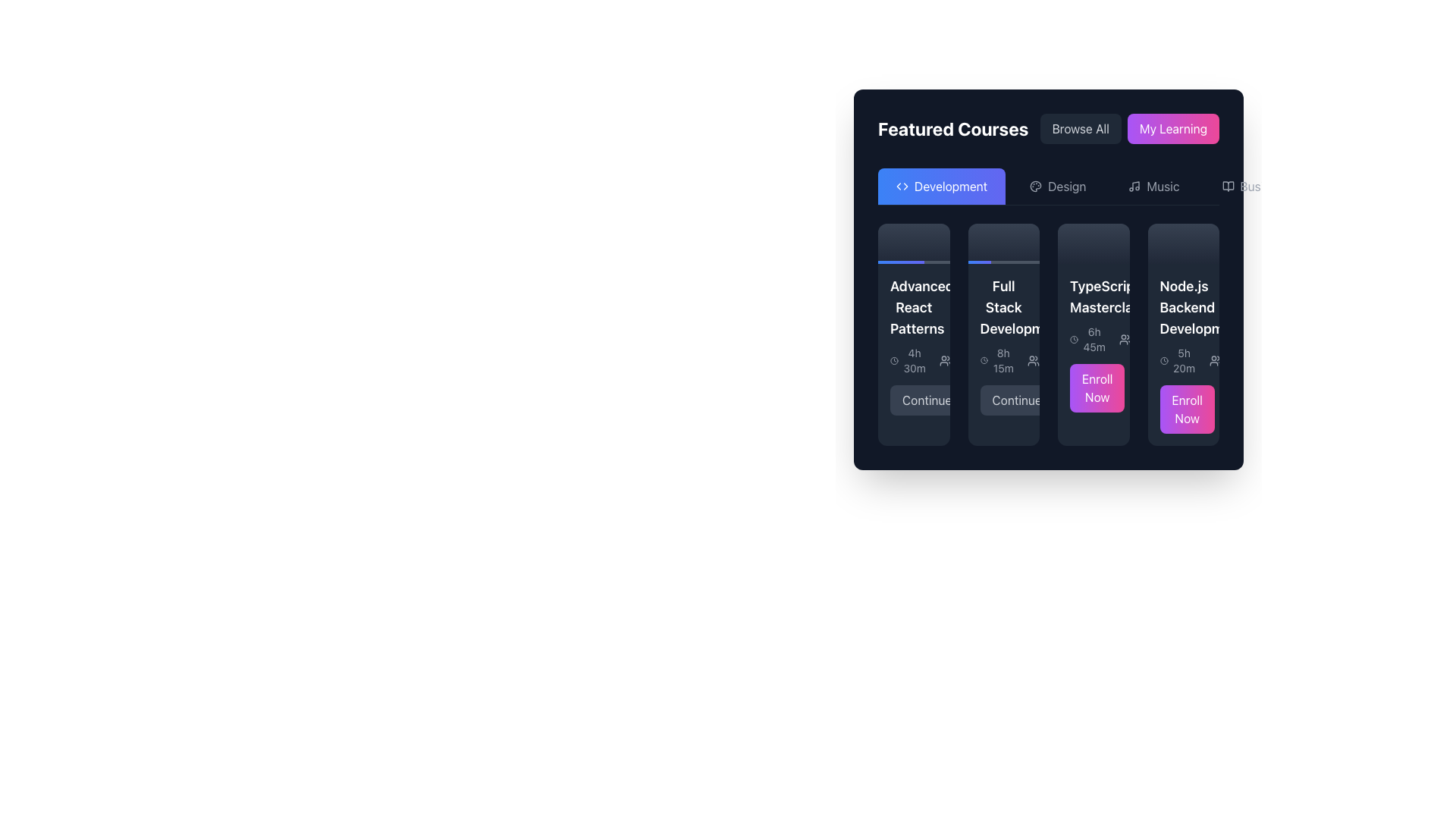 The height and width of the screenshot is (819, 1456). What do you see at coordinates (1182, 307) in the screenshot?
I see `the course title text label located at the top of the far-right card in the horizontal list of course offerings` at bounding box center [1182, 307].